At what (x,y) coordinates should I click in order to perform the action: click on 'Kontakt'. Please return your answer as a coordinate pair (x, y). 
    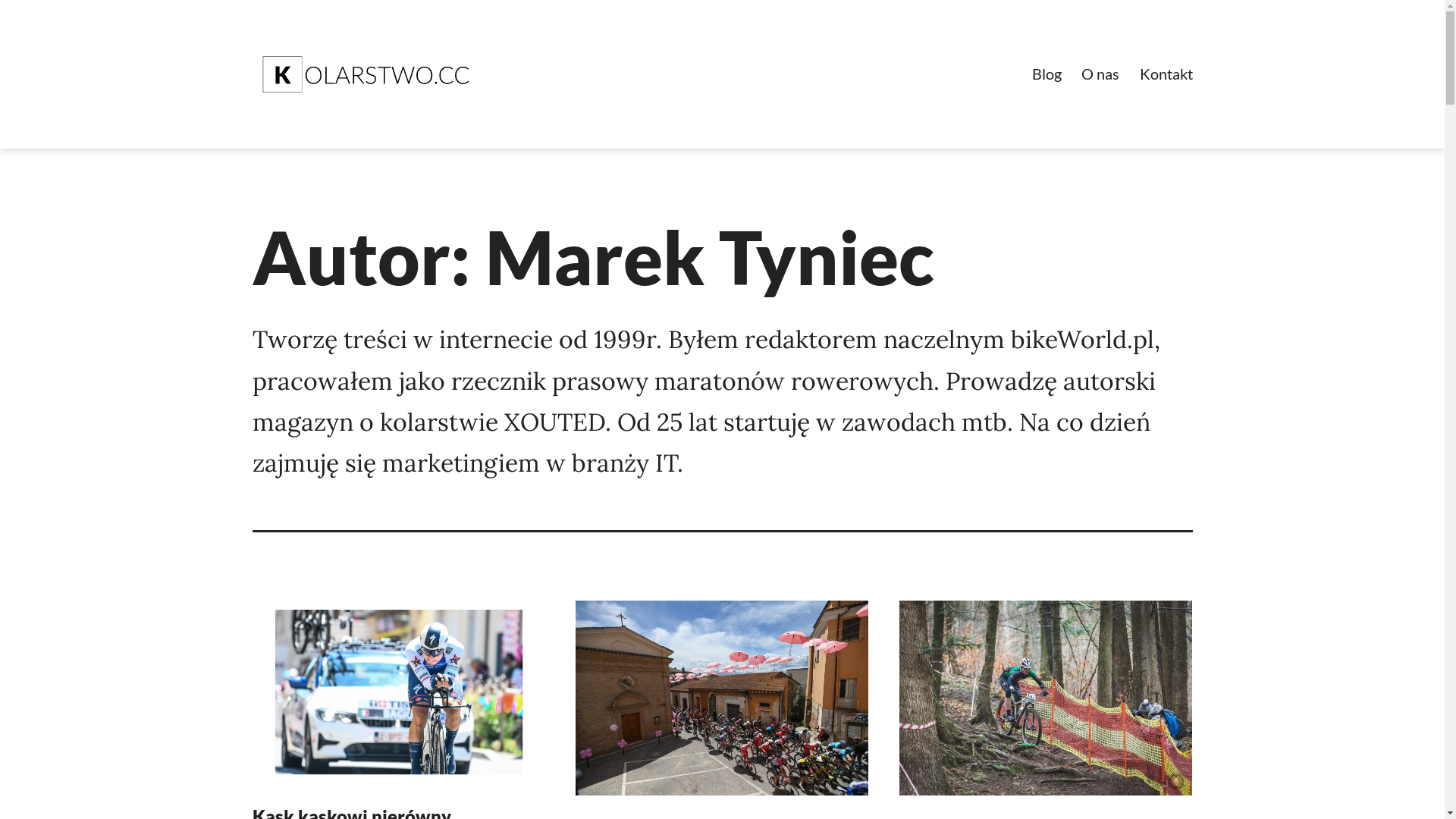
    Looking at the image, I should click on (1164, 74).